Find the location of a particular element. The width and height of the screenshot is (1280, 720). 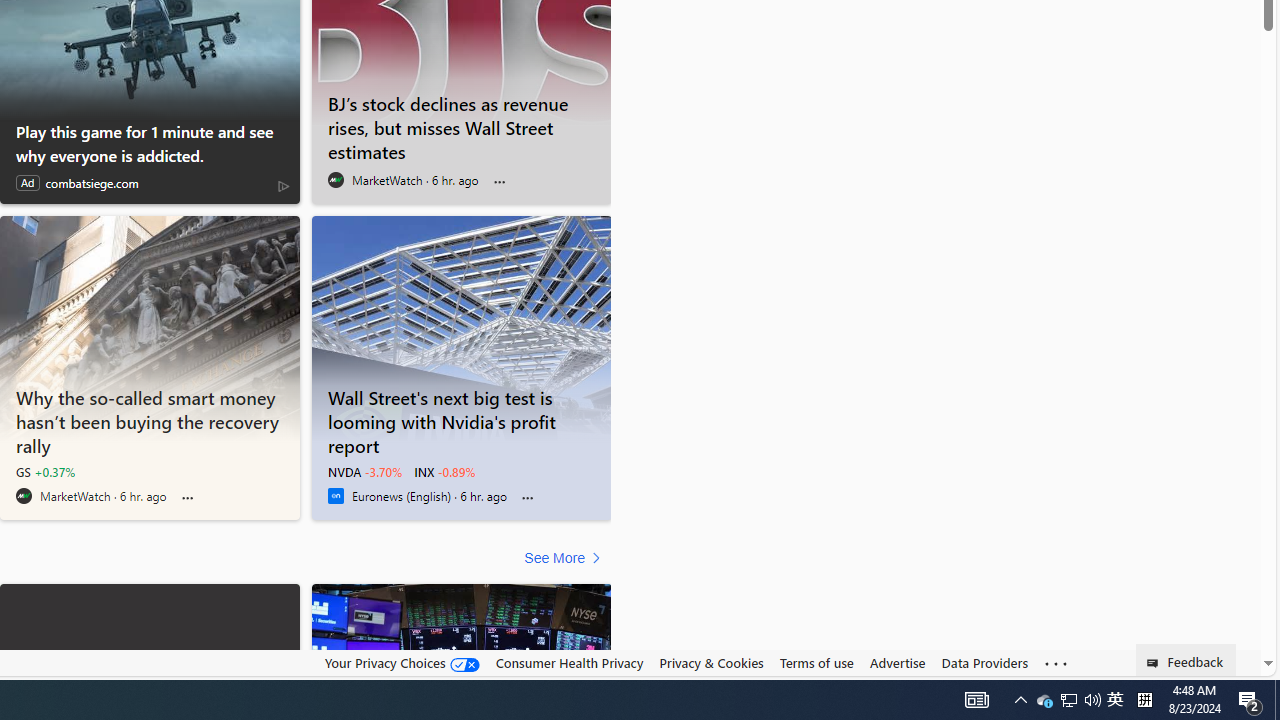

'Consumer Health Privacy' is located at coordinates (568, 663).